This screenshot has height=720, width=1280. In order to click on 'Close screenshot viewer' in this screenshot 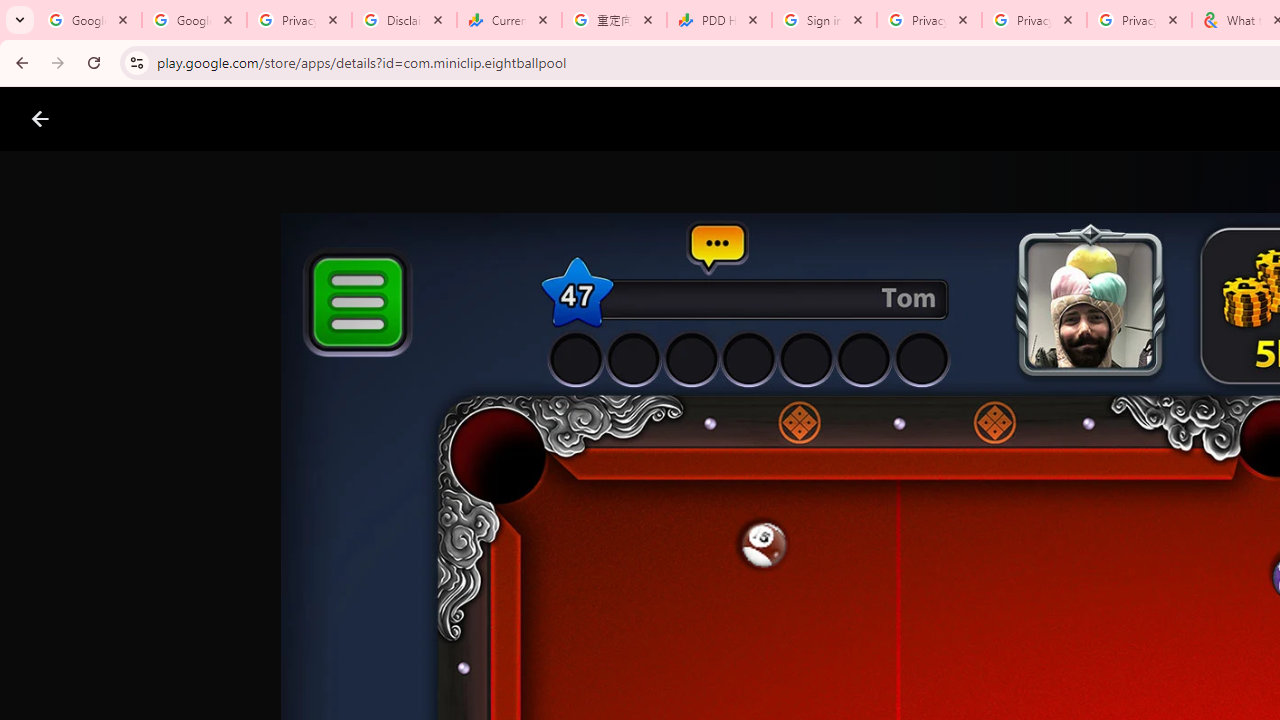, I will do `click(39, 119)`.